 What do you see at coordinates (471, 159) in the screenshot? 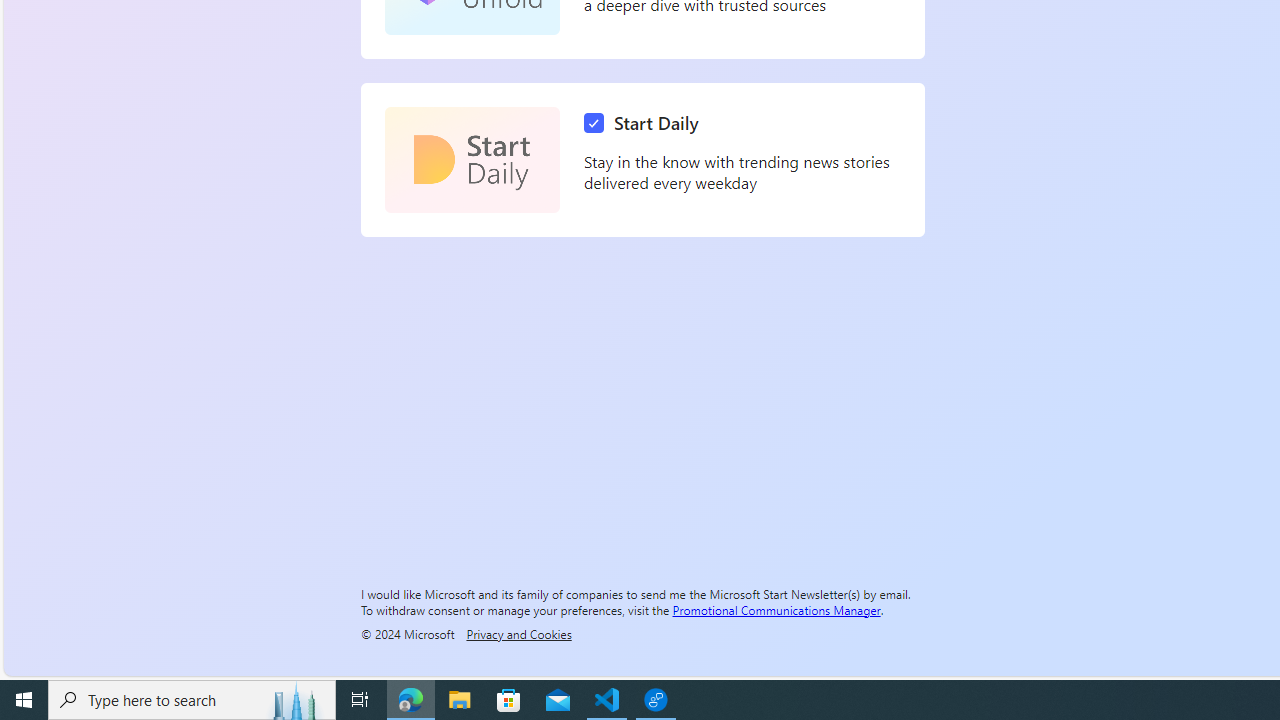
I see `'Start Daily'` at bounding box center [471, 159].